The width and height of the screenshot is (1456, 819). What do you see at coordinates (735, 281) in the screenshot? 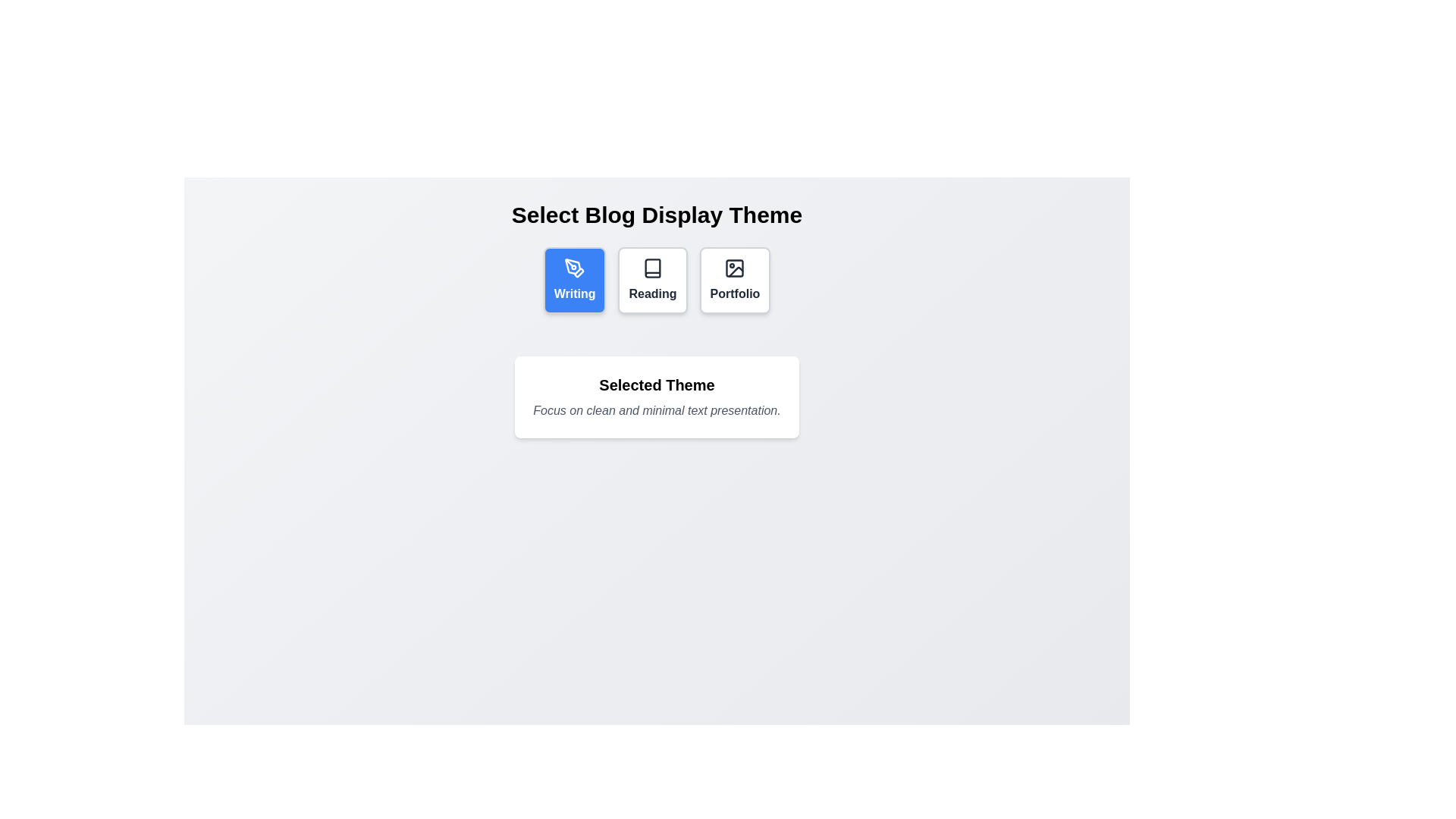
I see `the button to select the theme Portfolio` at bounding box center [735, 281].